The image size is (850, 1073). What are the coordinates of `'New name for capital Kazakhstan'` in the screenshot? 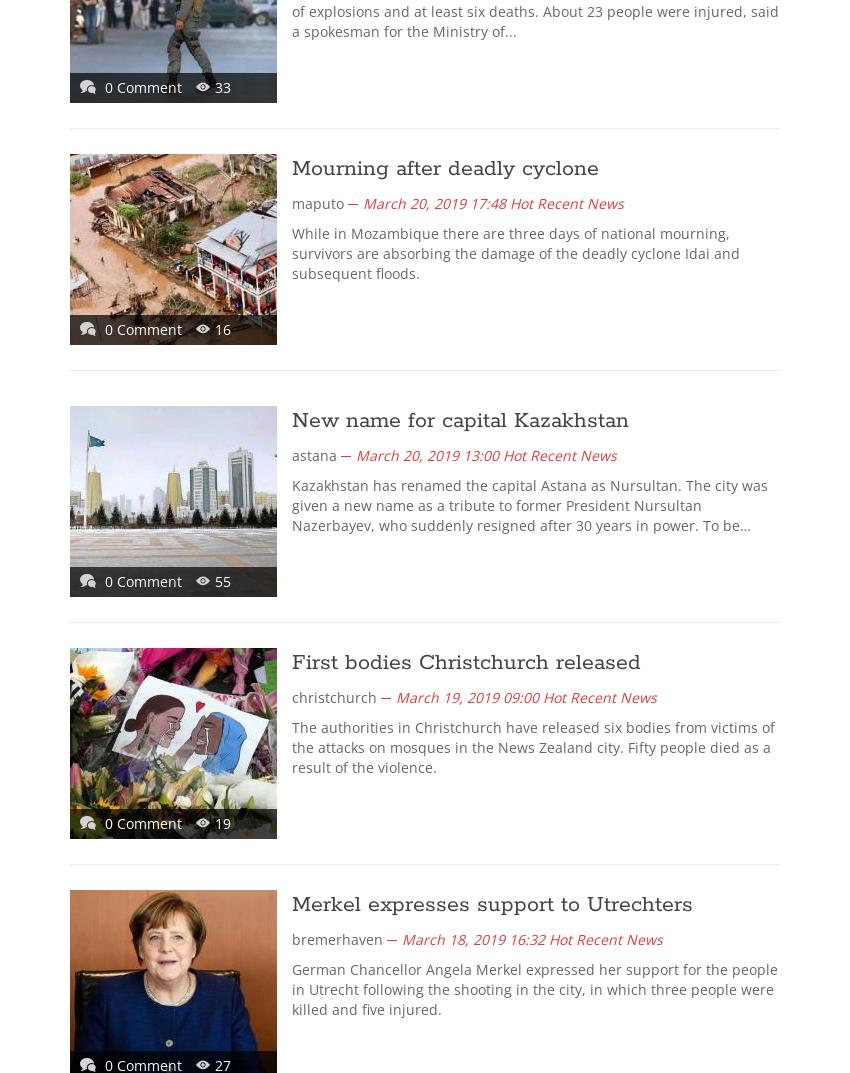 It's located at (459, 421).